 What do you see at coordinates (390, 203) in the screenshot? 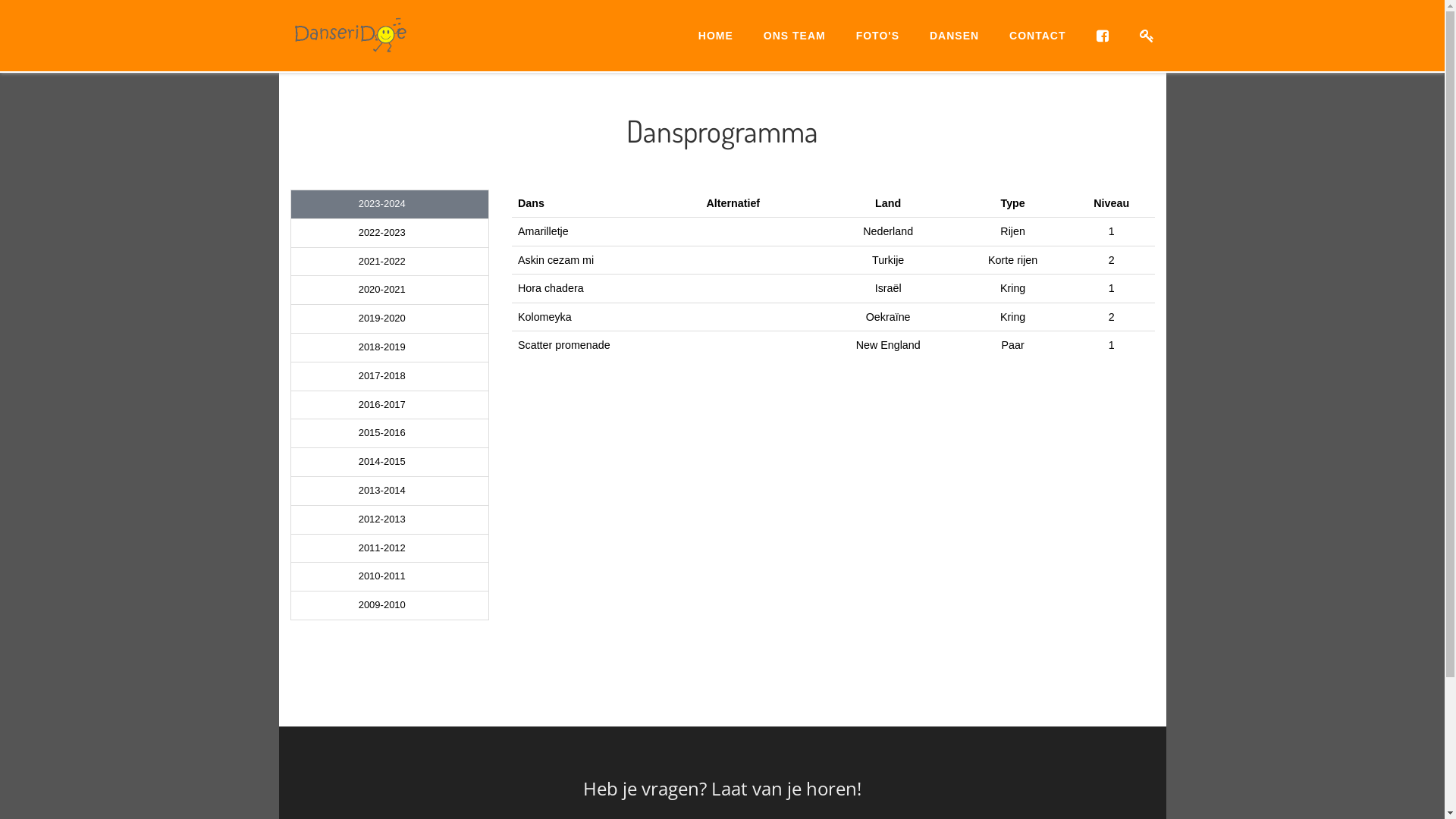
I see `'2023-2024'` at bounding box center [390, 203].